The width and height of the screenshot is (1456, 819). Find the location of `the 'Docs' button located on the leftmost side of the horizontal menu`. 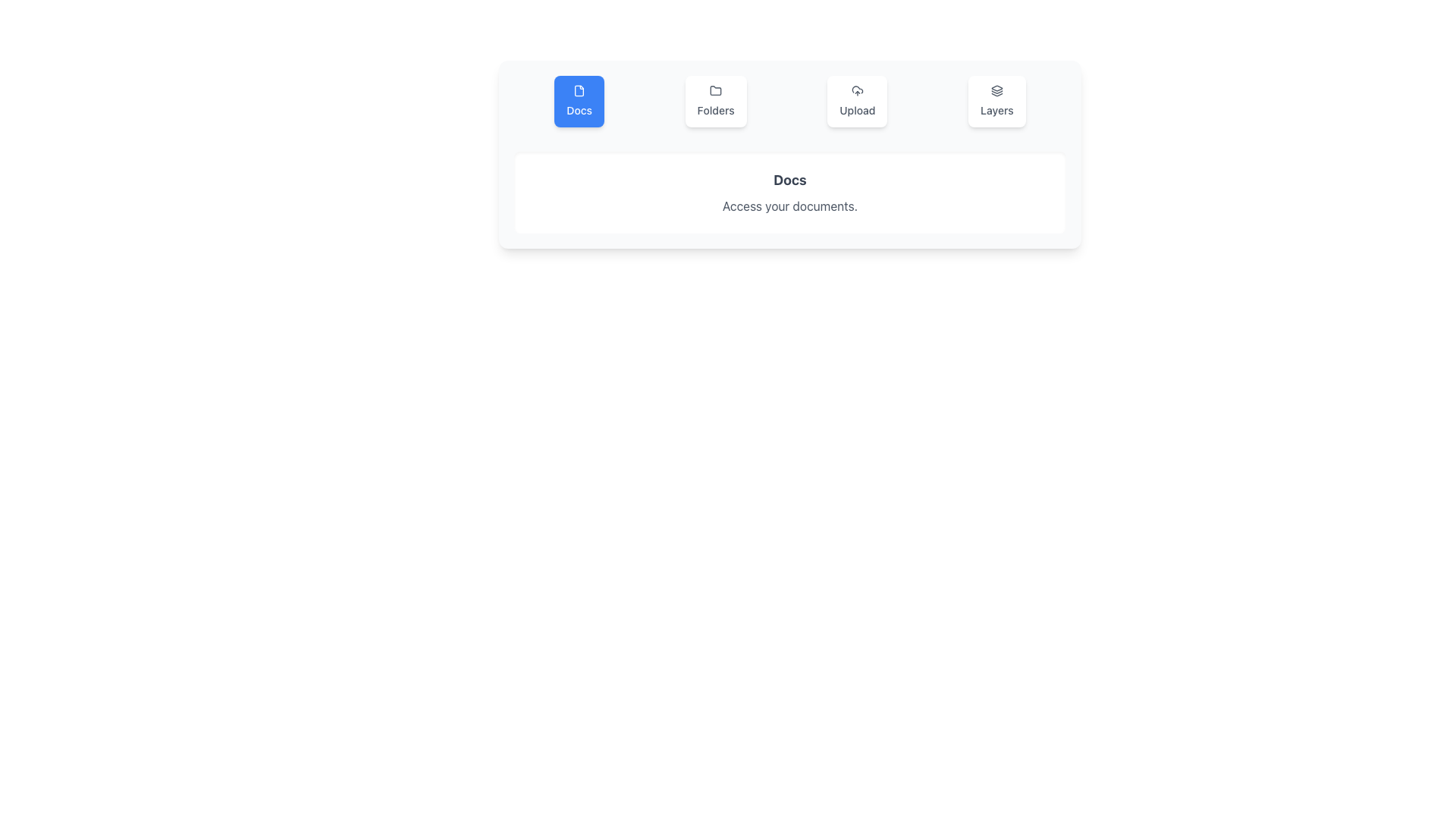

the 'Docs' button located on the leftmost side of the horizontal menu is located at coordinates (579, 102).